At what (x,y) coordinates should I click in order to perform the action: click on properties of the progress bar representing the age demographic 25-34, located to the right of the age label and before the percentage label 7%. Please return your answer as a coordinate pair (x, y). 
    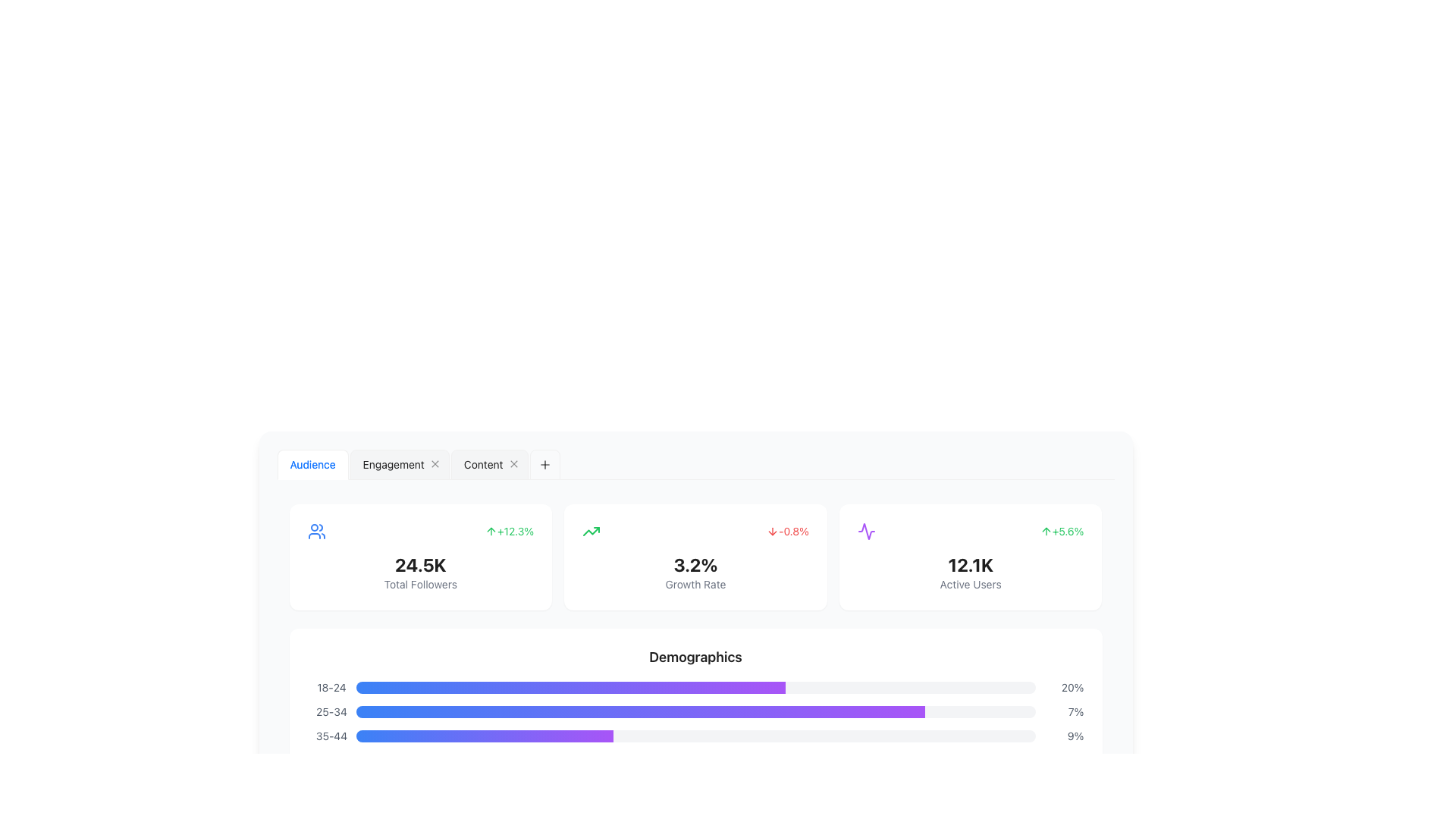
    Looking at the image, I should click on (695, 711).